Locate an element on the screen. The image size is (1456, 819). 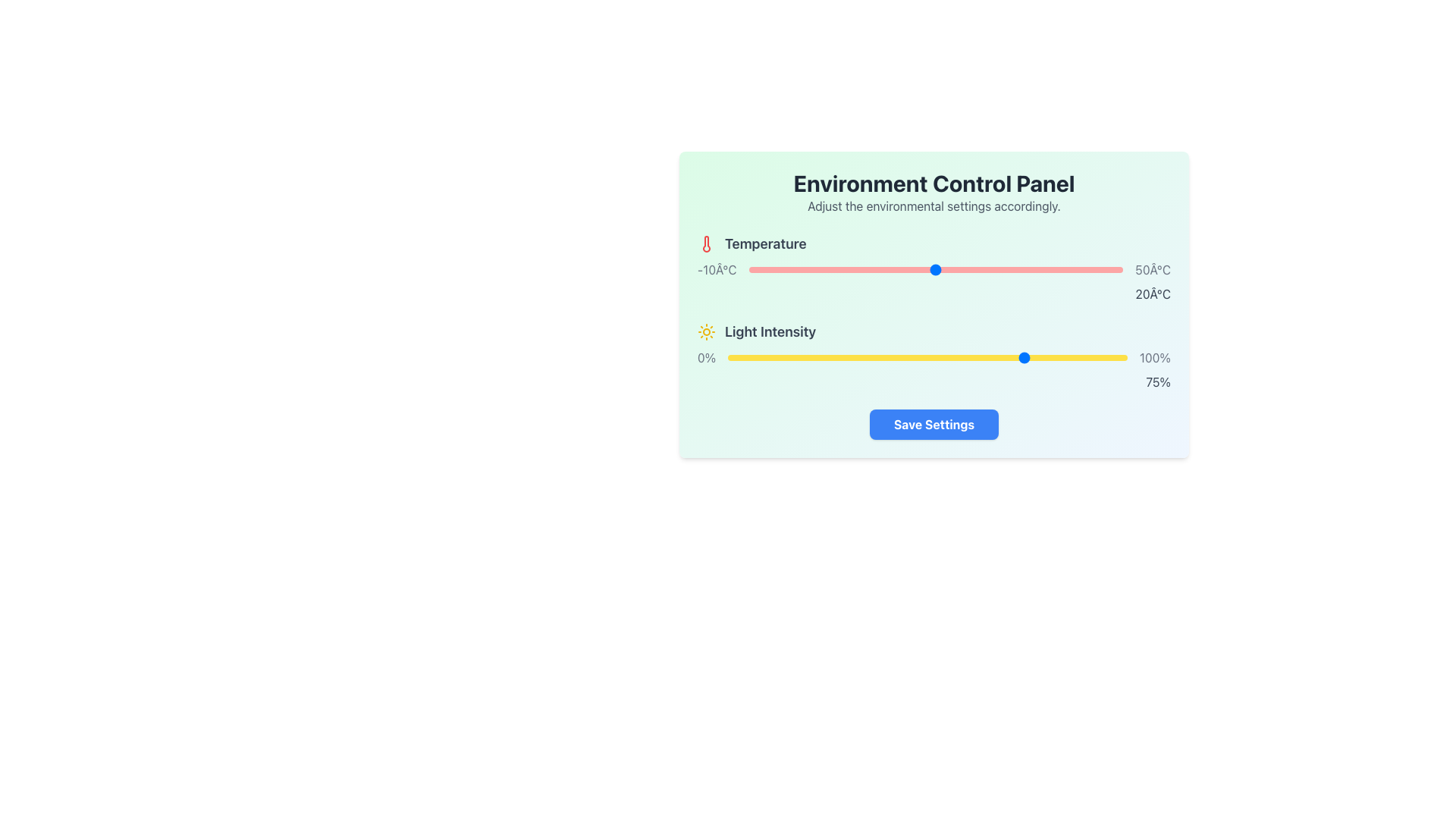
the temperature setting icon, which is located near the top-left corner of the central panel and adjacent to the 'Temperature' label is located at coordinates (705, 243).